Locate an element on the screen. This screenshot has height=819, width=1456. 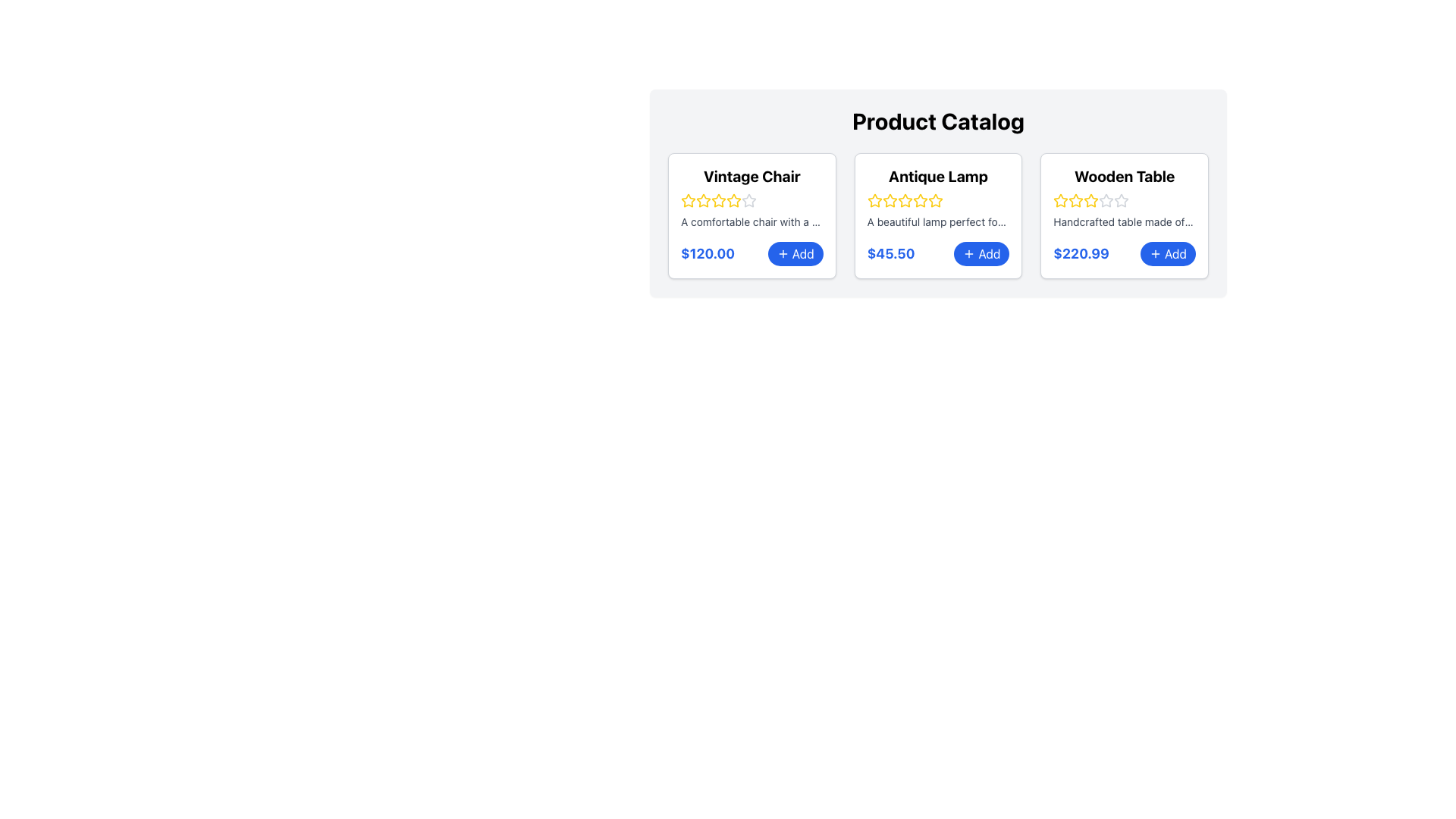
the Text label for the product 'Antique Lamp', which is located at the top of the second card in a three-card layout in the product catalog section is located at coordinates (937, 175).